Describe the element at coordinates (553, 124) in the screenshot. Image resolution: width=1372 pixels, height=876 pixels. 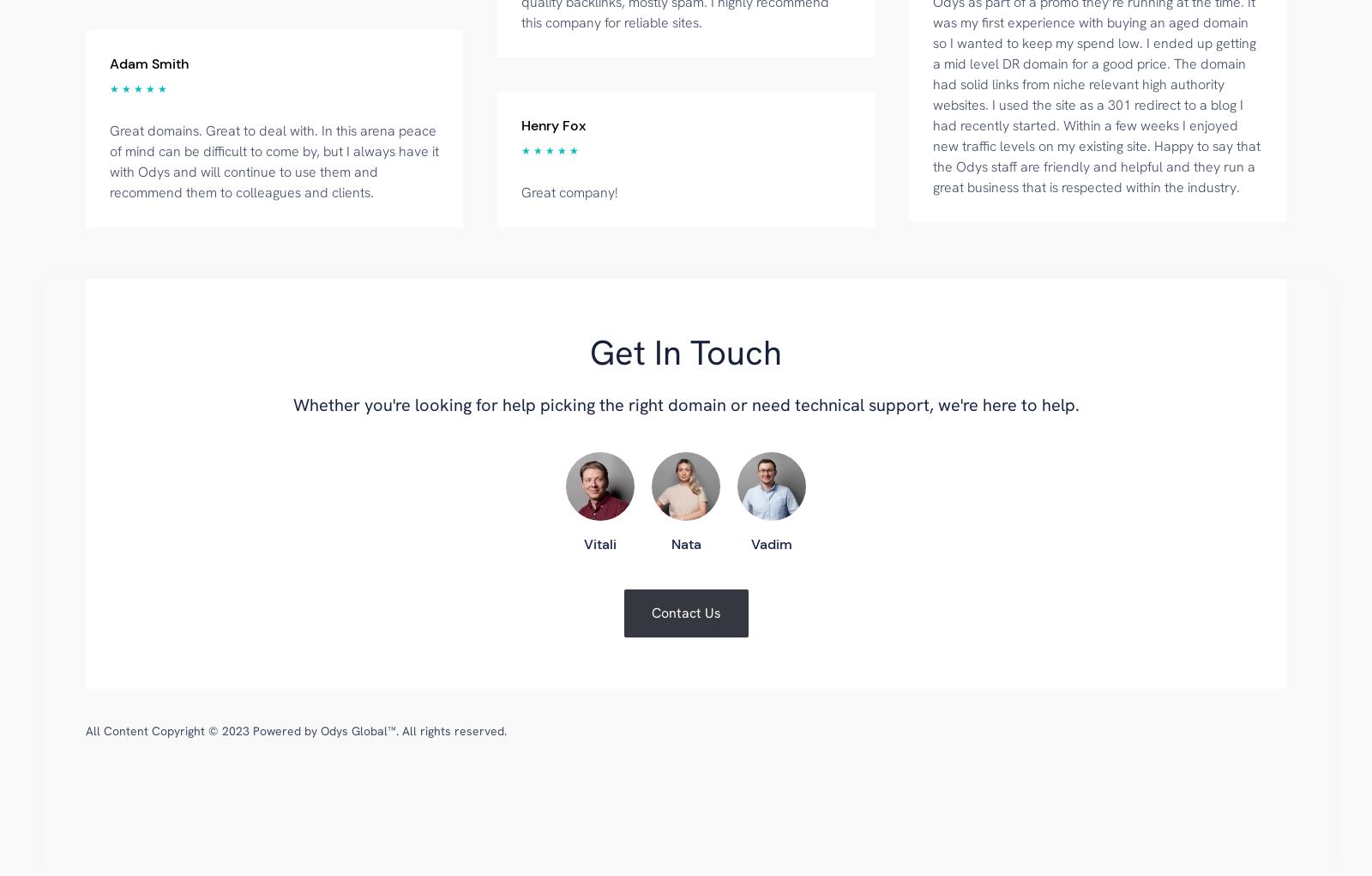
I see `'Henry Fox'` at that location.